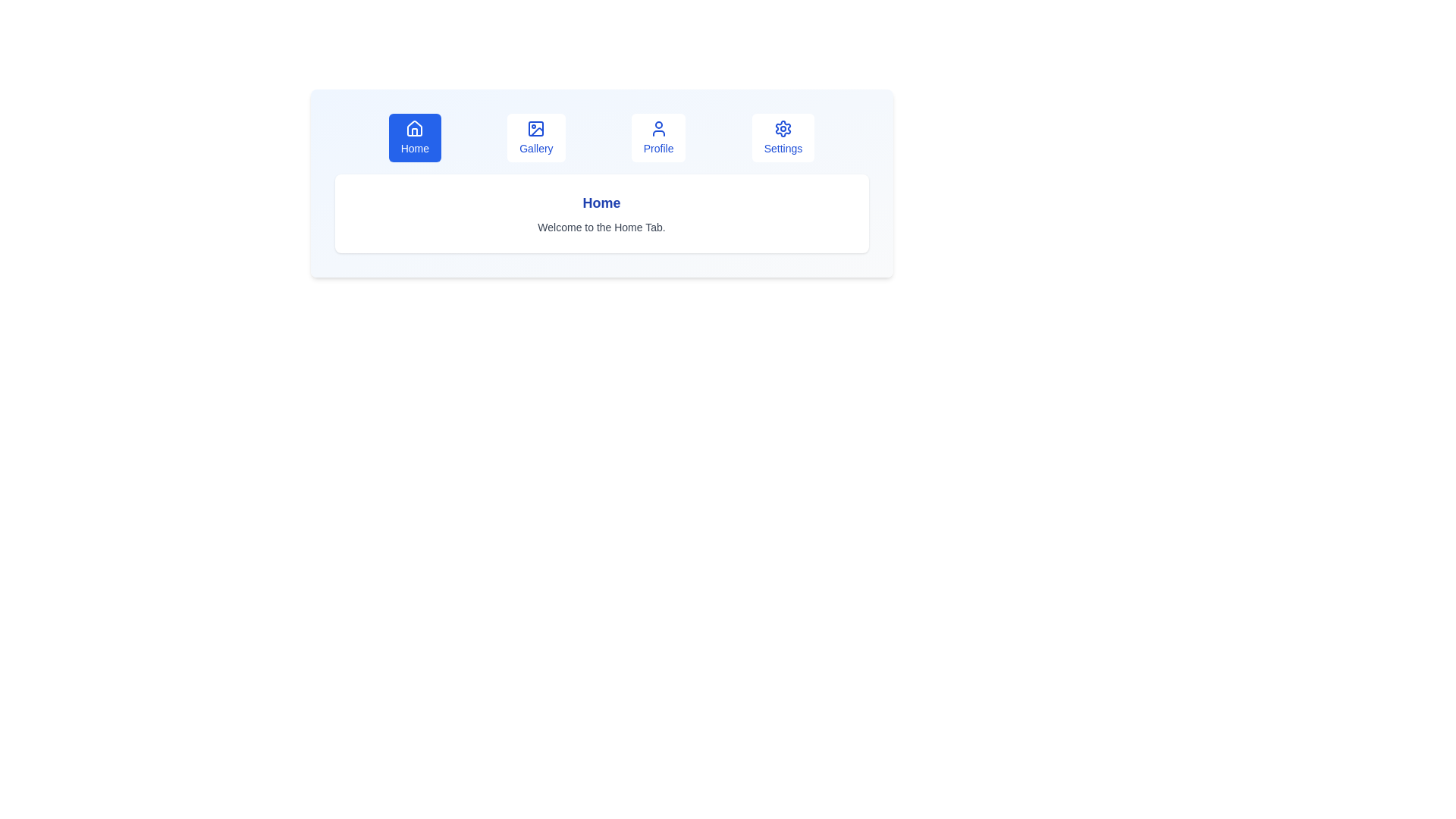  What do you see at coordinates (415, 137) in the screenshot?
I see `the tab labeled Home to switch to that tab` at bounding box center [415, 137].